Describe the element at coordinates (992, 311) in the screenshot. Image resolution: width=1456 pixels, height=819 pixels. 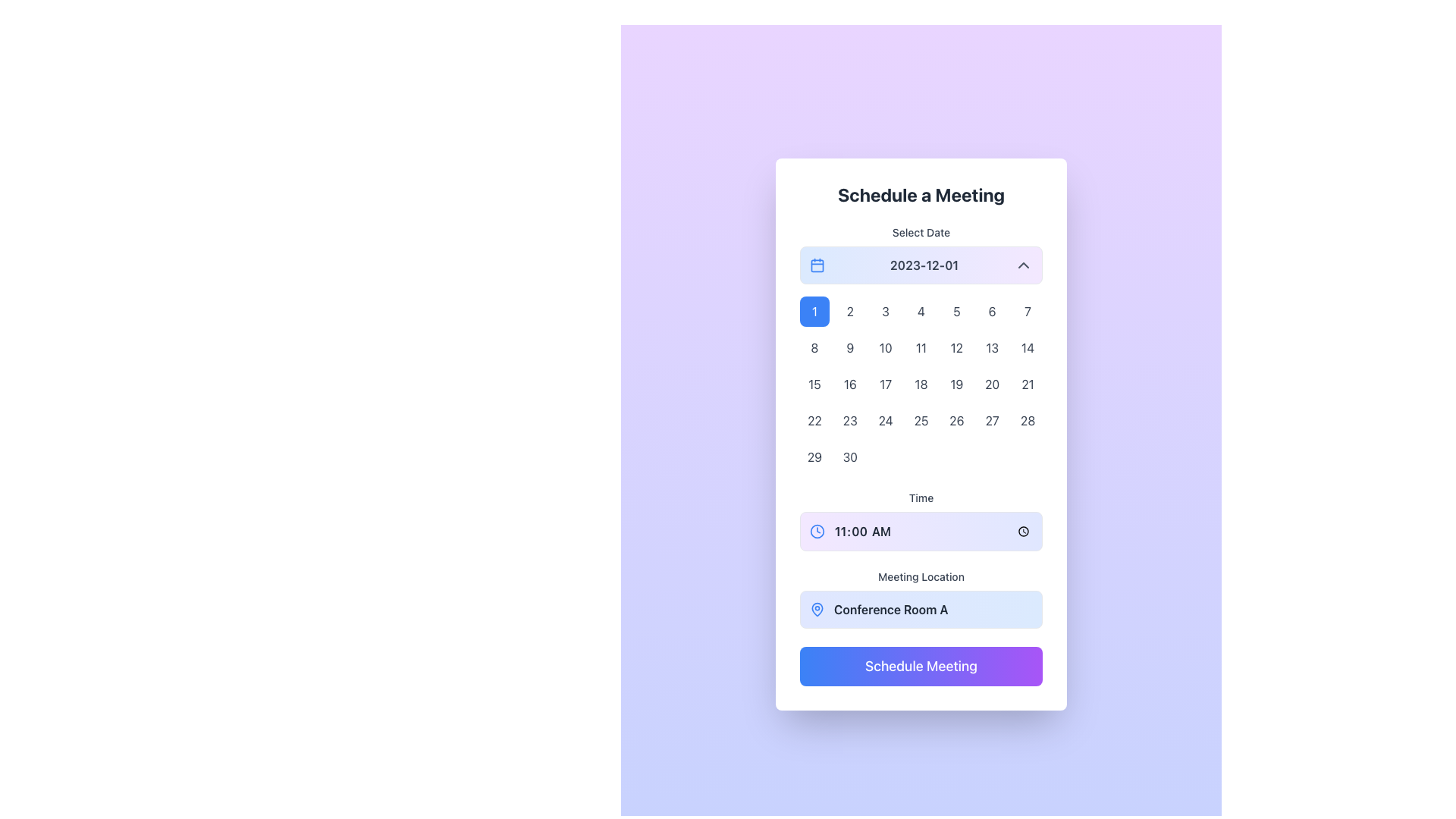
I see `the rectangular button displaying the number '6'` at that location.